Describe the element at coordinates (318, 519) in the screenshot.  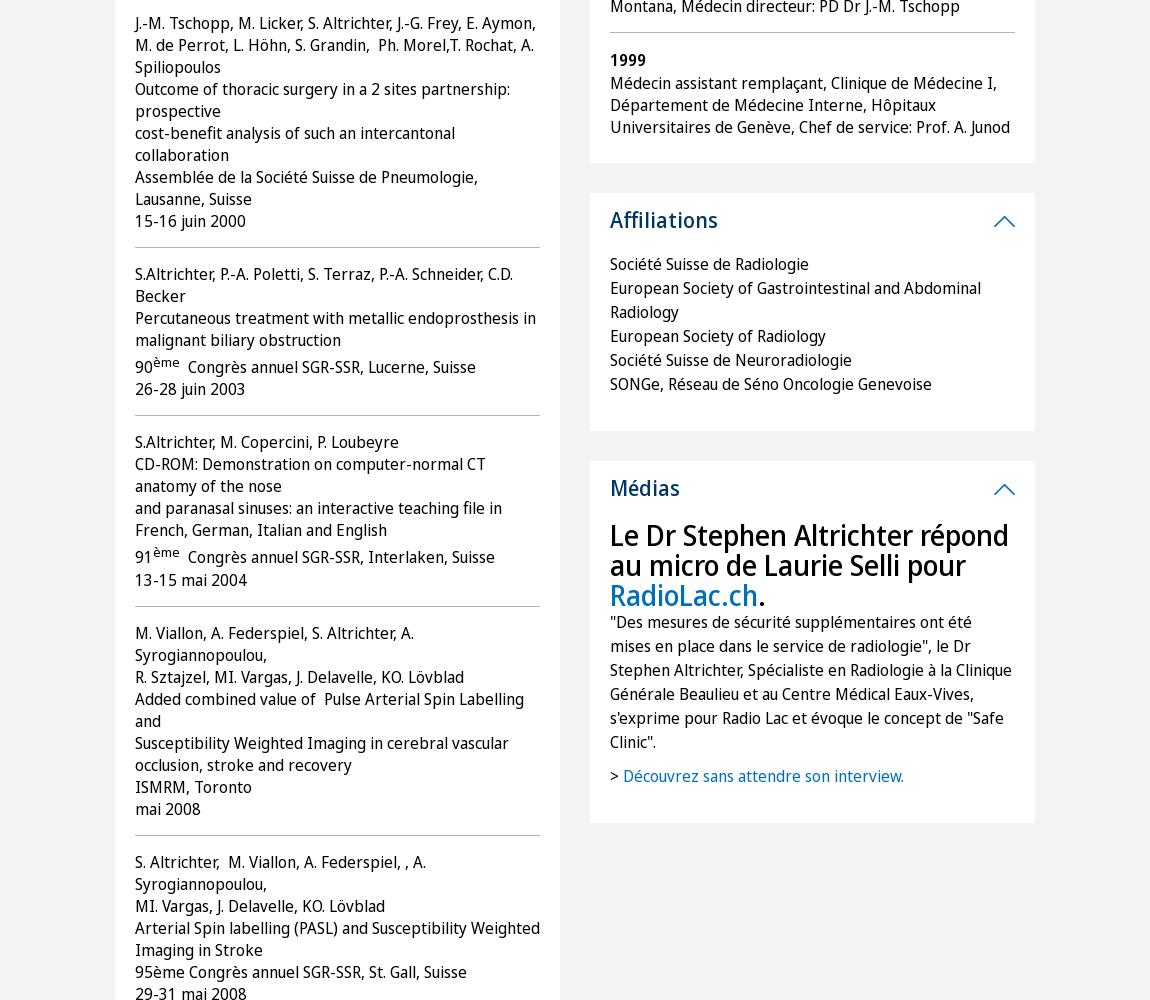
I see `'and paranasal sinuses: an interactive teaching file in French, German, Italian and English'` at that location.